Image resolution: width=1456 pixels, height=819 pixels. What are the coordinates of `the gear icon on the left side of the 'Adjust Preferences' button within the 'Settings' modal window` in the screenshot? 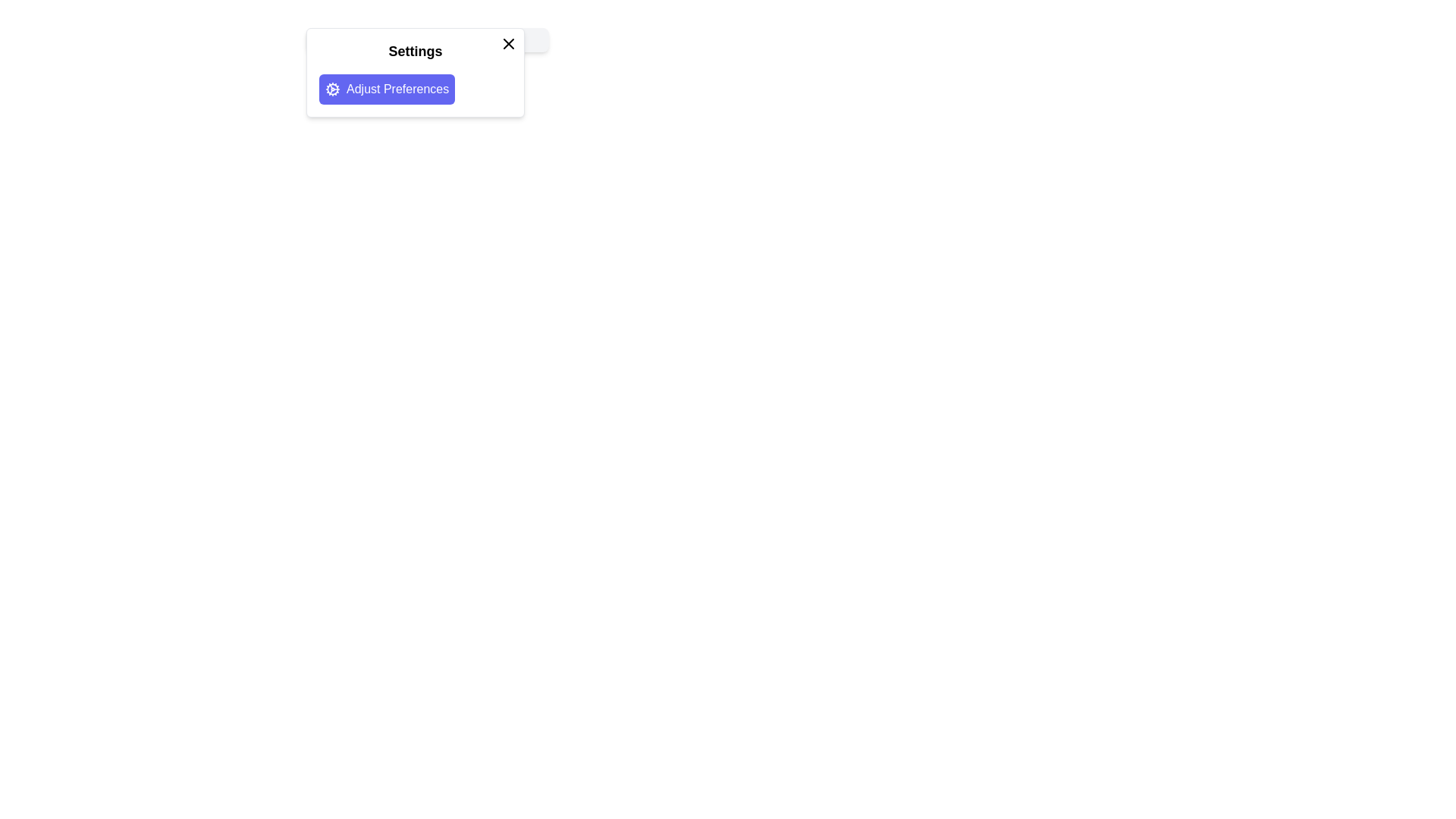 It's located at (331, 89).